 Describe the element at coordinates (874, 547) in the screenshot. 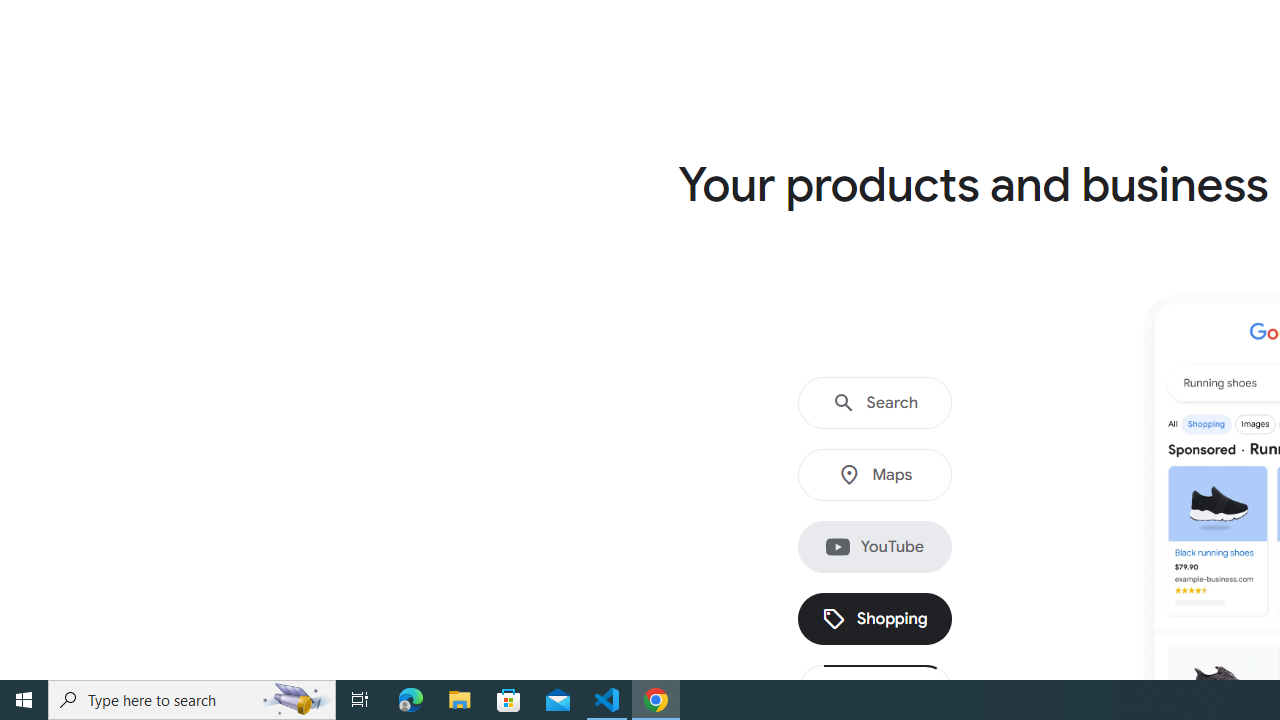

I see `'YouTube'` at that location.